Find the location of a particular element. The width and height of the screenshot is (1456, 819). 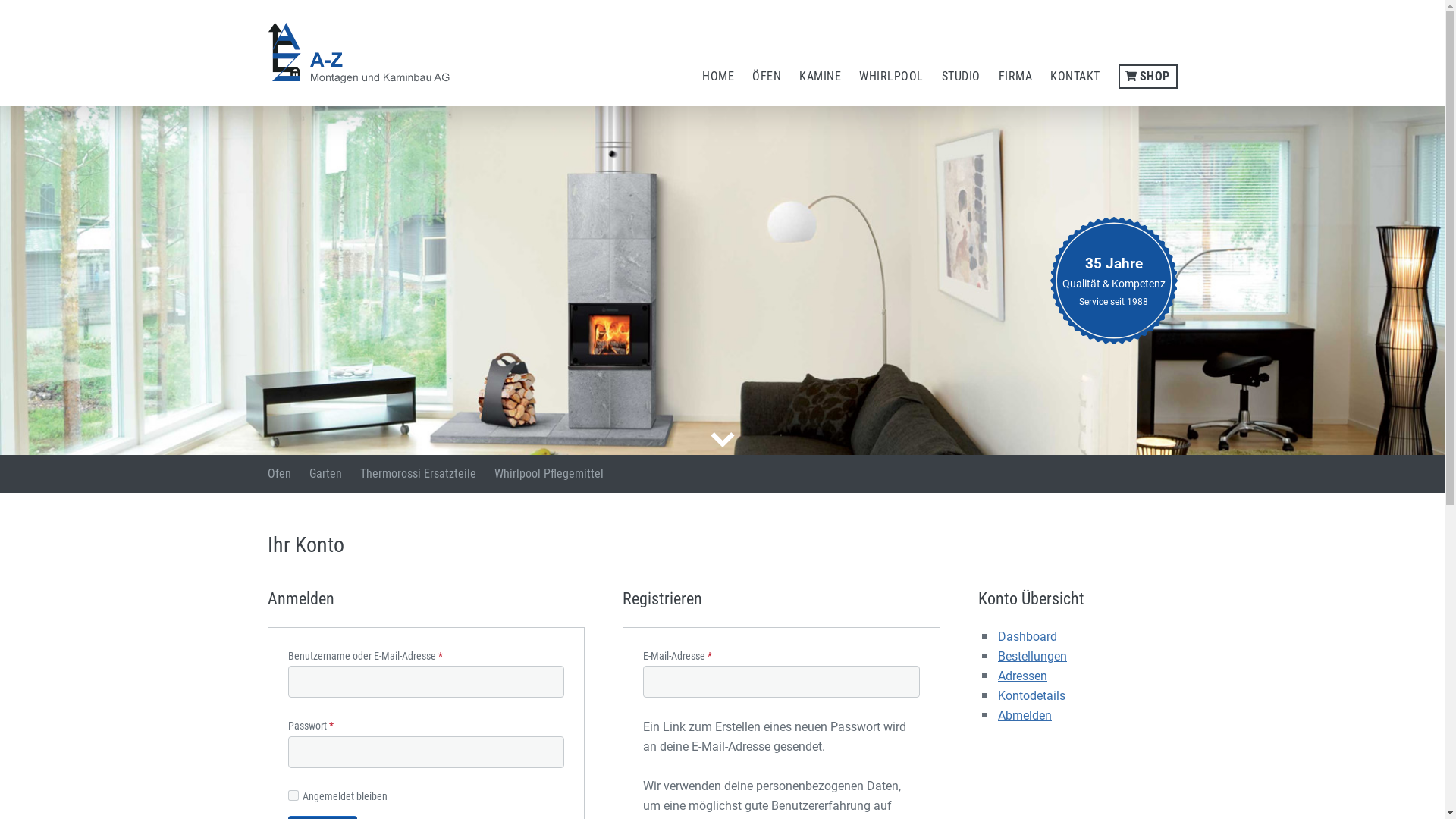

'KONTAKT' is located at coordinates (1074, 76).